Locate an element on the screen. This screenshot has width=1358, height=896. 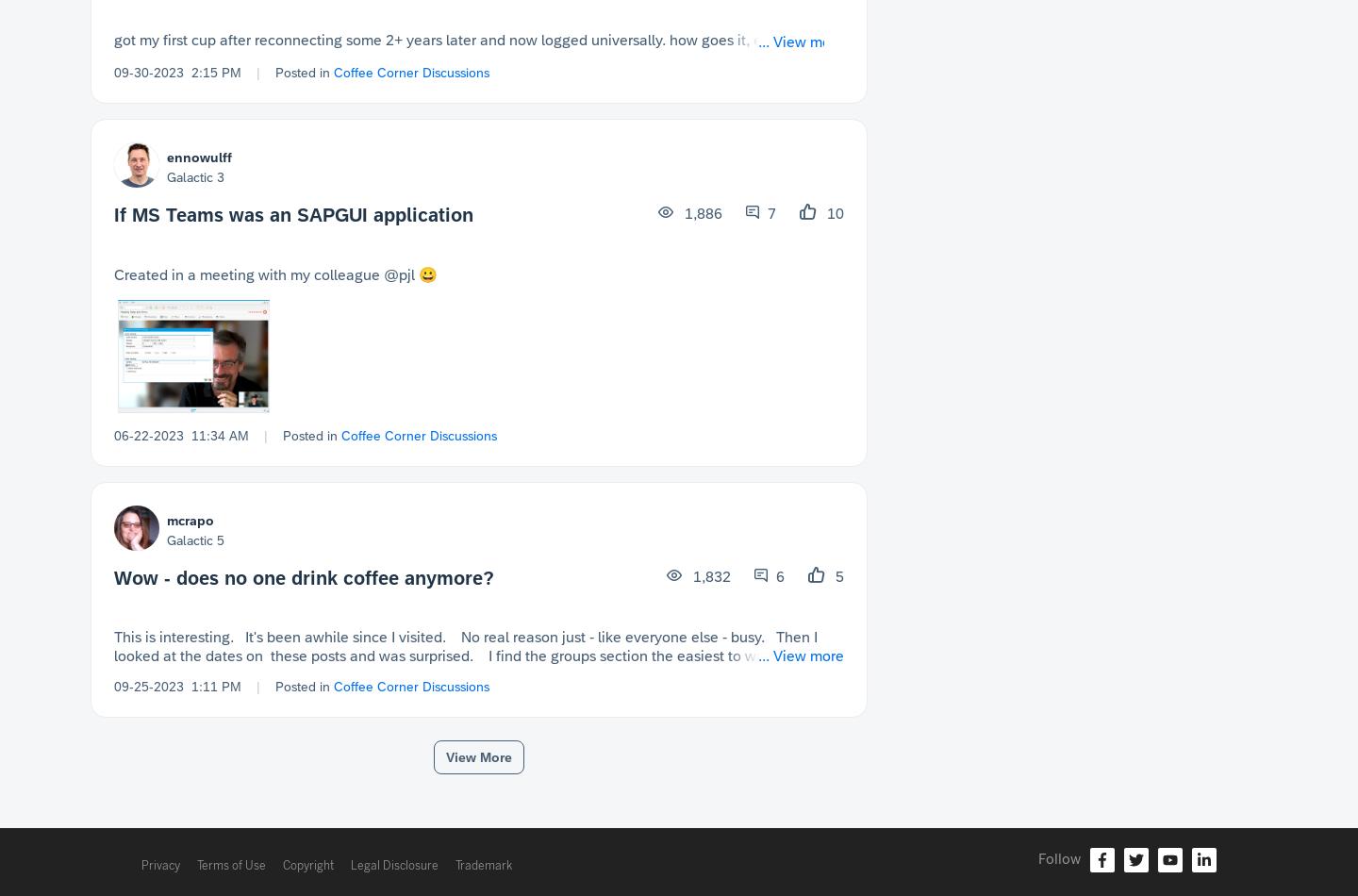
'ennowulff' is located at coordinates (199, 156).